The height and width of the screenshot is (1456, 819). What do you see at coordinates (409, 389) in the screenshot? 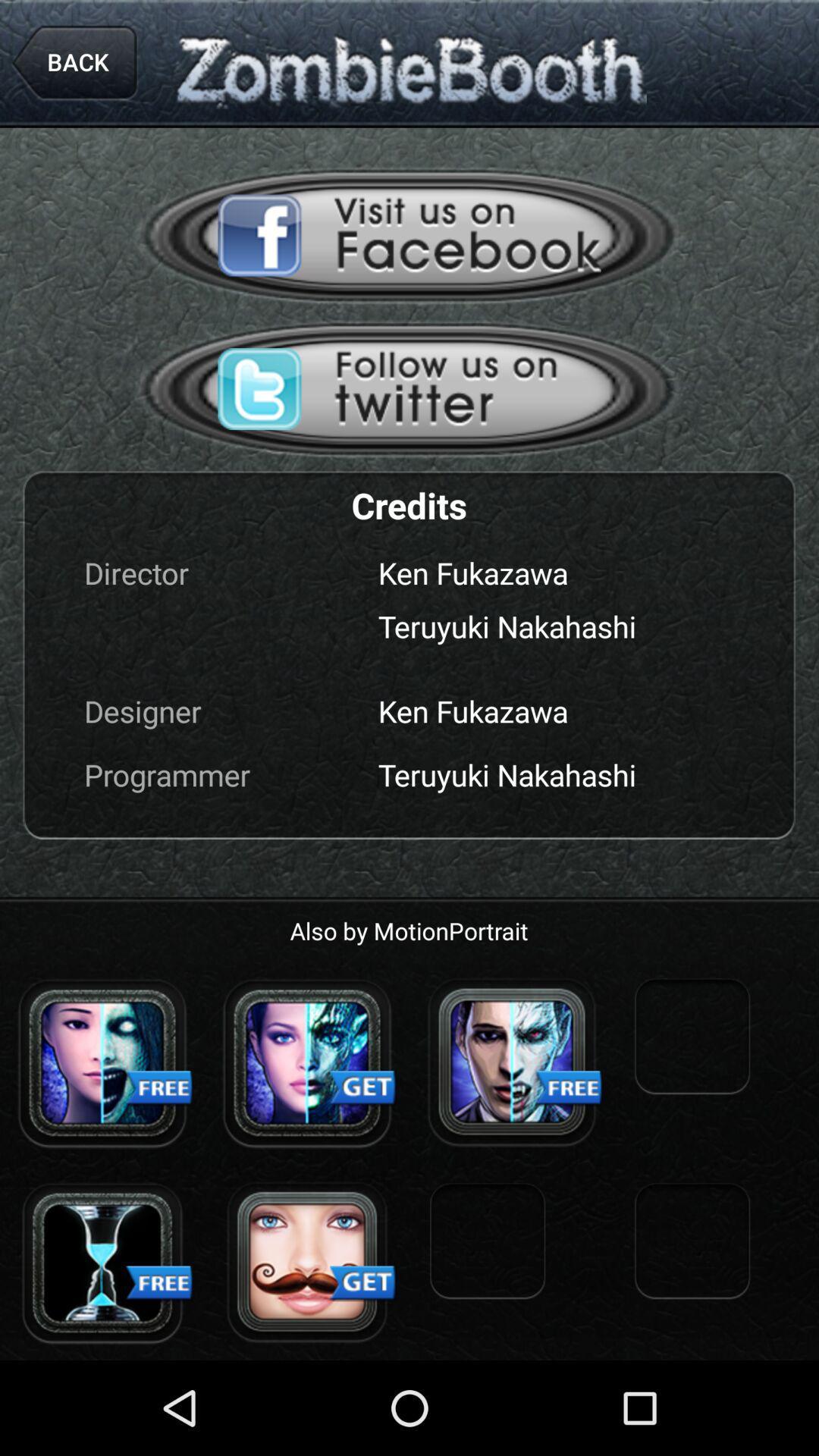
I see `hit the follow us on twitter button` at bounding box center [409, 389].